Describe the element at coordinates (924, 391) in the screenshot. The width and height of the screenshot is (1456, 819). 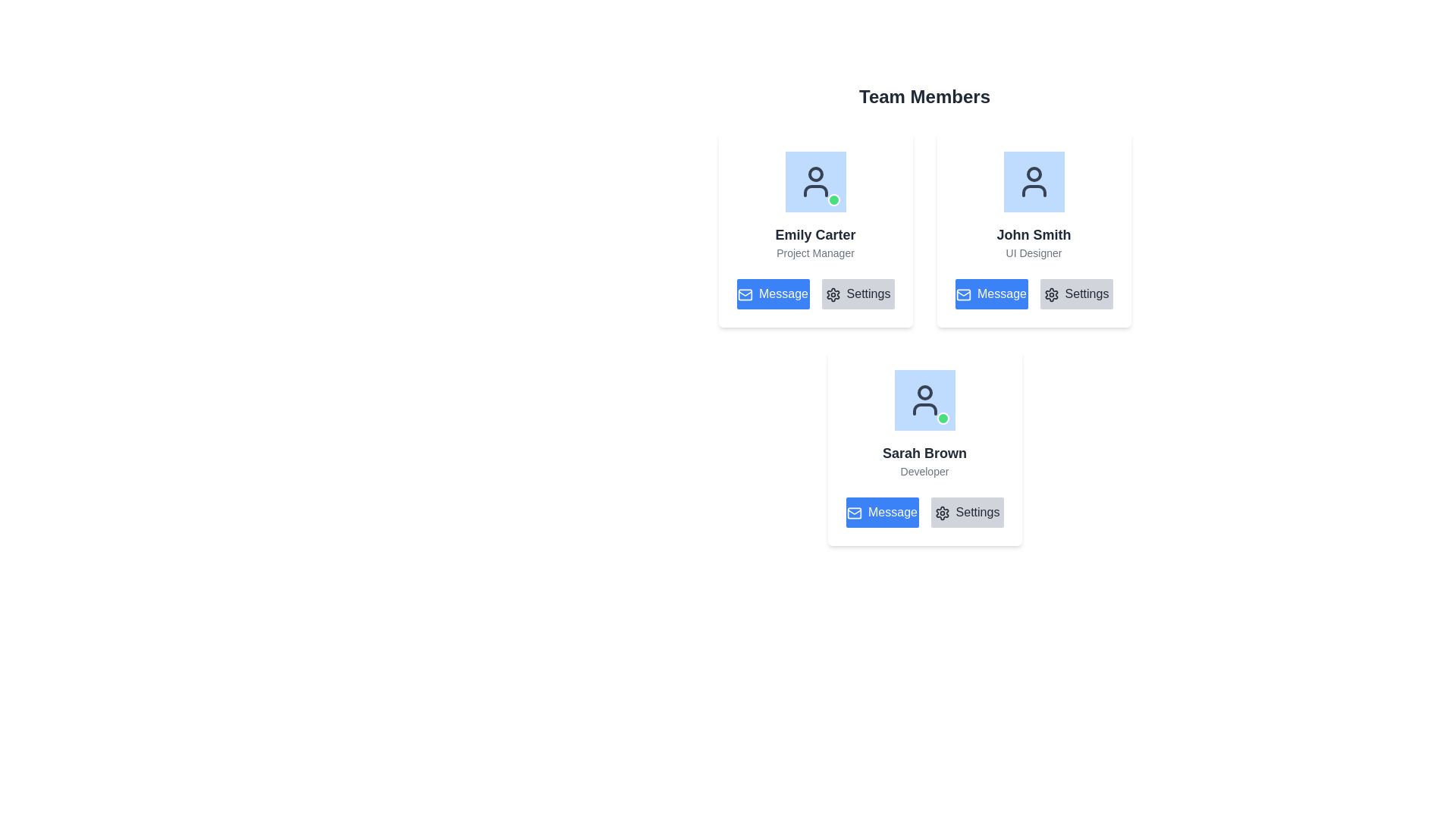
I see `the Circular SVG graphic located atop the user profile icon for 'Sarah Brown, Developer' at the bottom-center of the layout` at that location.